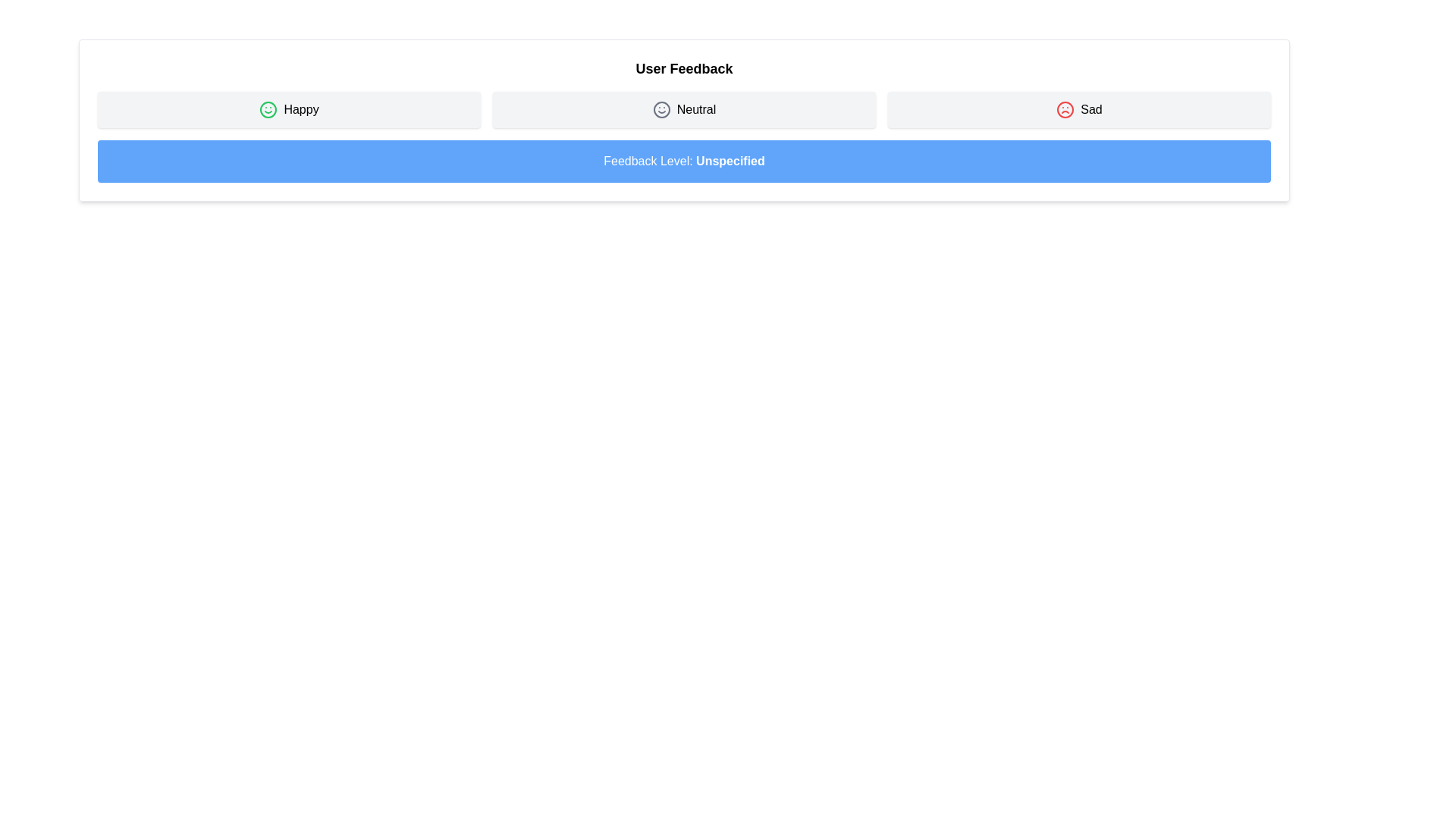 The height and width of the screenshot is (819, 1456). I want to click on the smiley face icon, which is green in color and represents a pleasant emotion, so click(268, 109).